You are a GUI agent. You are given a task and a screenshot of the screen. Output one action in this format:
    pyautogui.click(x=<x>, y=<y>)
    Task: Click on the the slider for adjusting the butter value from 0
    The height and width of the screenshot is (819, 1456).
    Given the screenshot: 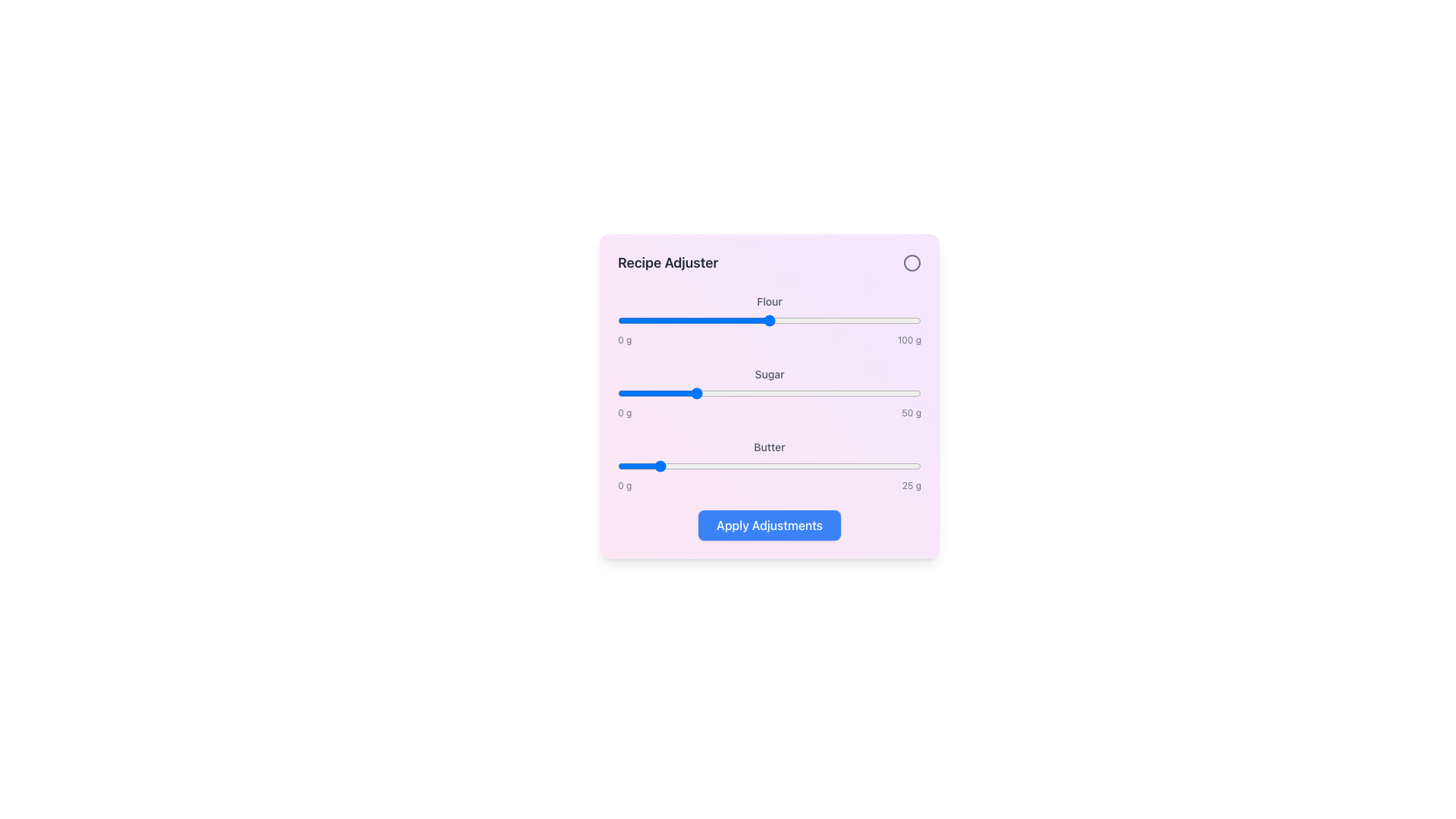 What is the action you would take?
    pyautogui.click(x=769, y=465)
    